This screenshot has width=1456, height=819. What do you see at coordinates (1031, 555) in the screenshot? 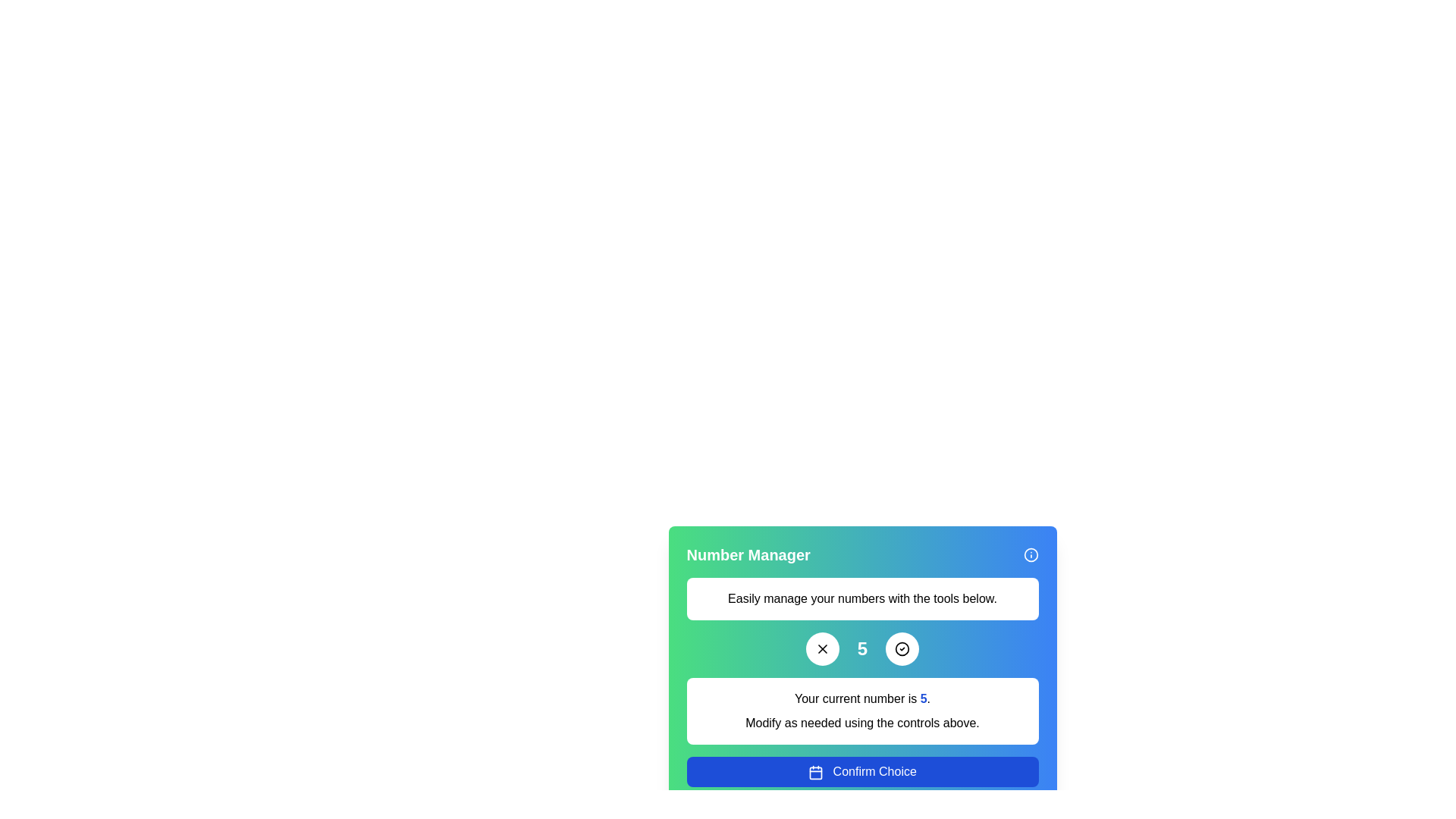
I see `the informational icon button located` at bounding box center [1031, 555].